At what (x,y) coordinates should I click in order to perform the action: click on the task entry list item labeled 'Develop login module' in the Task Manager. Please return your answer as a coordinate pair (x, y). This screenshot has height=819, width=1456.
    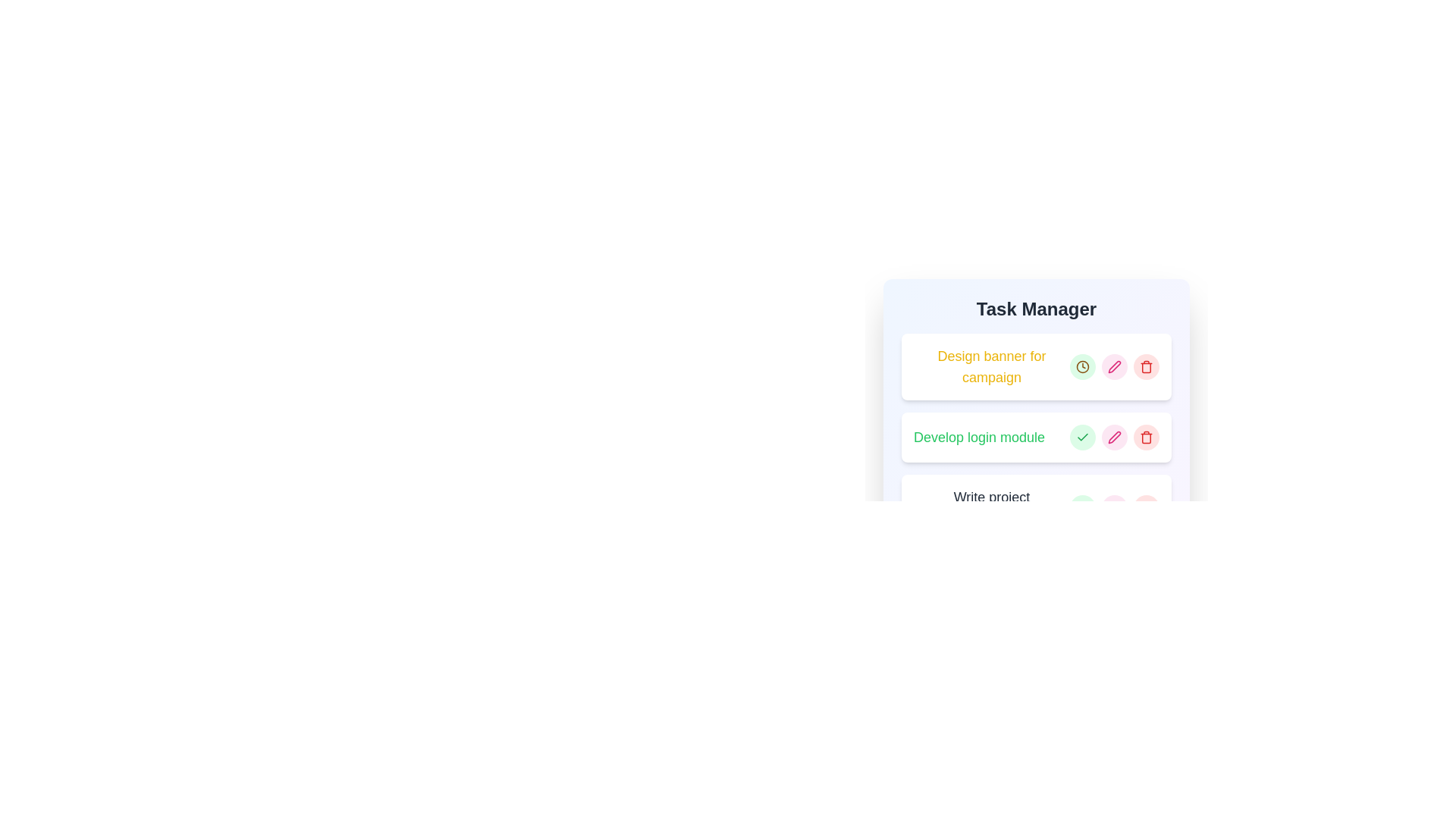
    Looking at the image, I should click on (1036, 438).